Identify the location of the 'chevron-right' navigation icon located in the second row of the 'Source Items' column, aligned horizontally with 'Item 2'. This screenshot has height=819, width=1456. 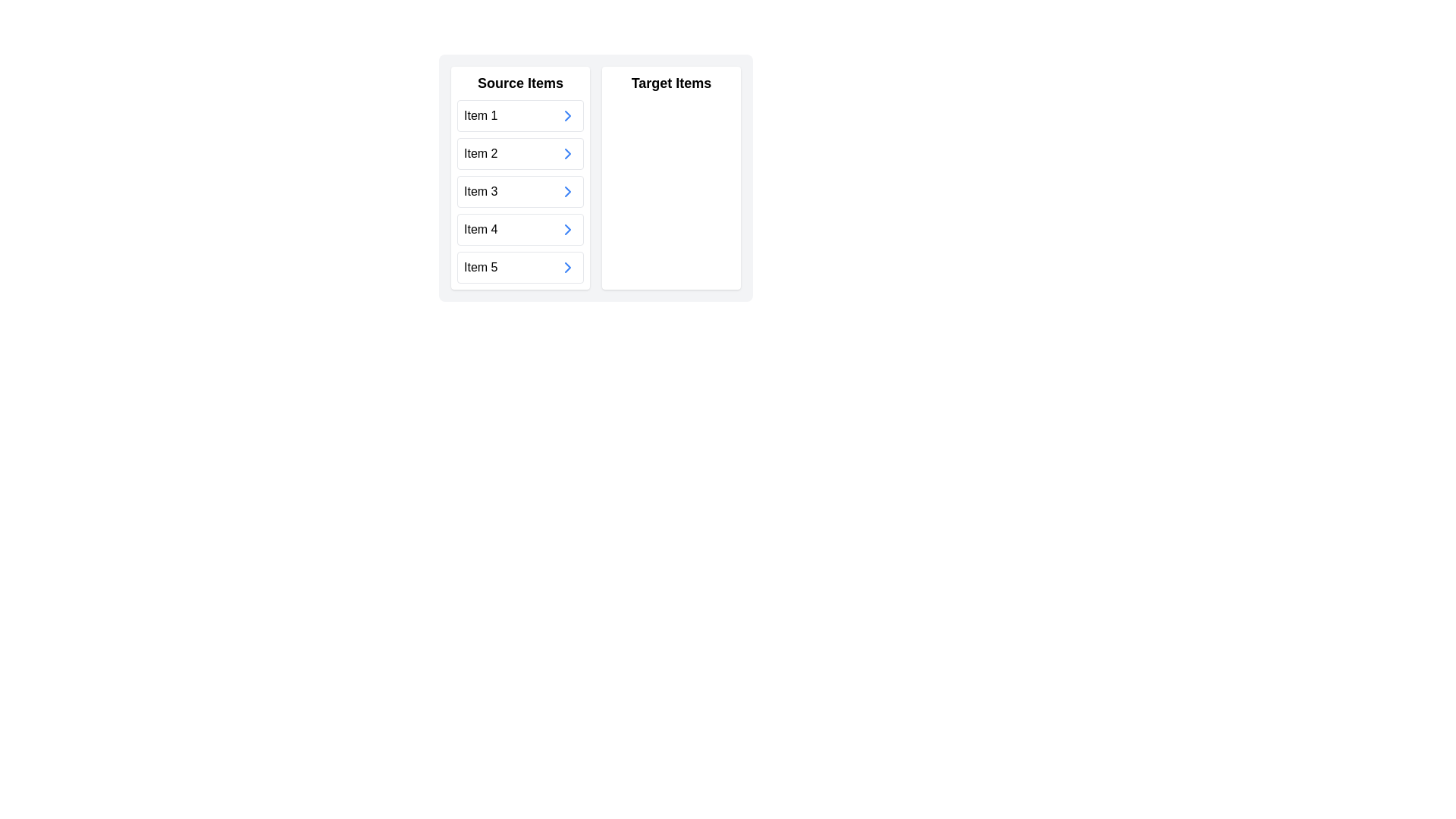
(566, 154).